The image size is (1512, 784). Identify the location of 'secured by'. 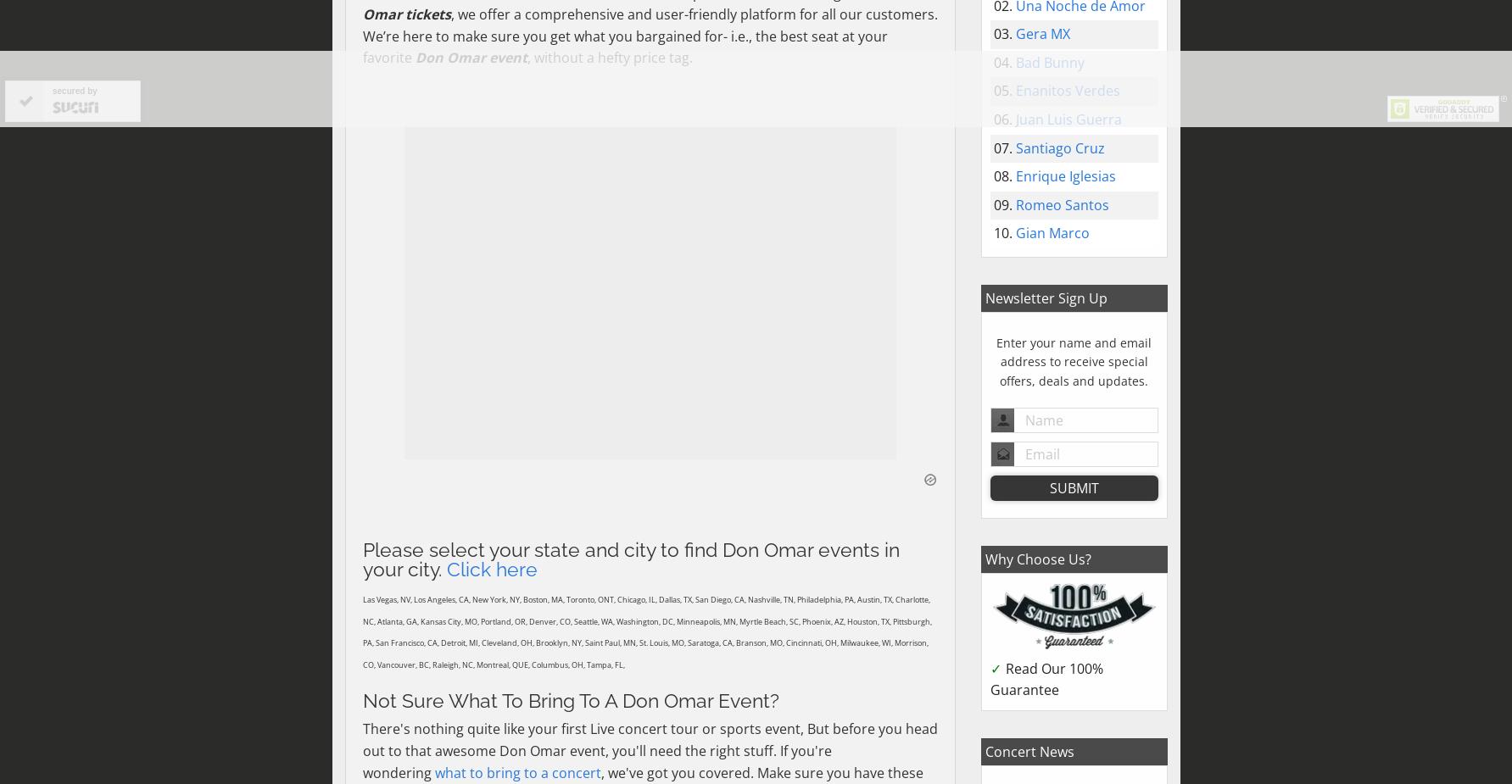
(75, 90).